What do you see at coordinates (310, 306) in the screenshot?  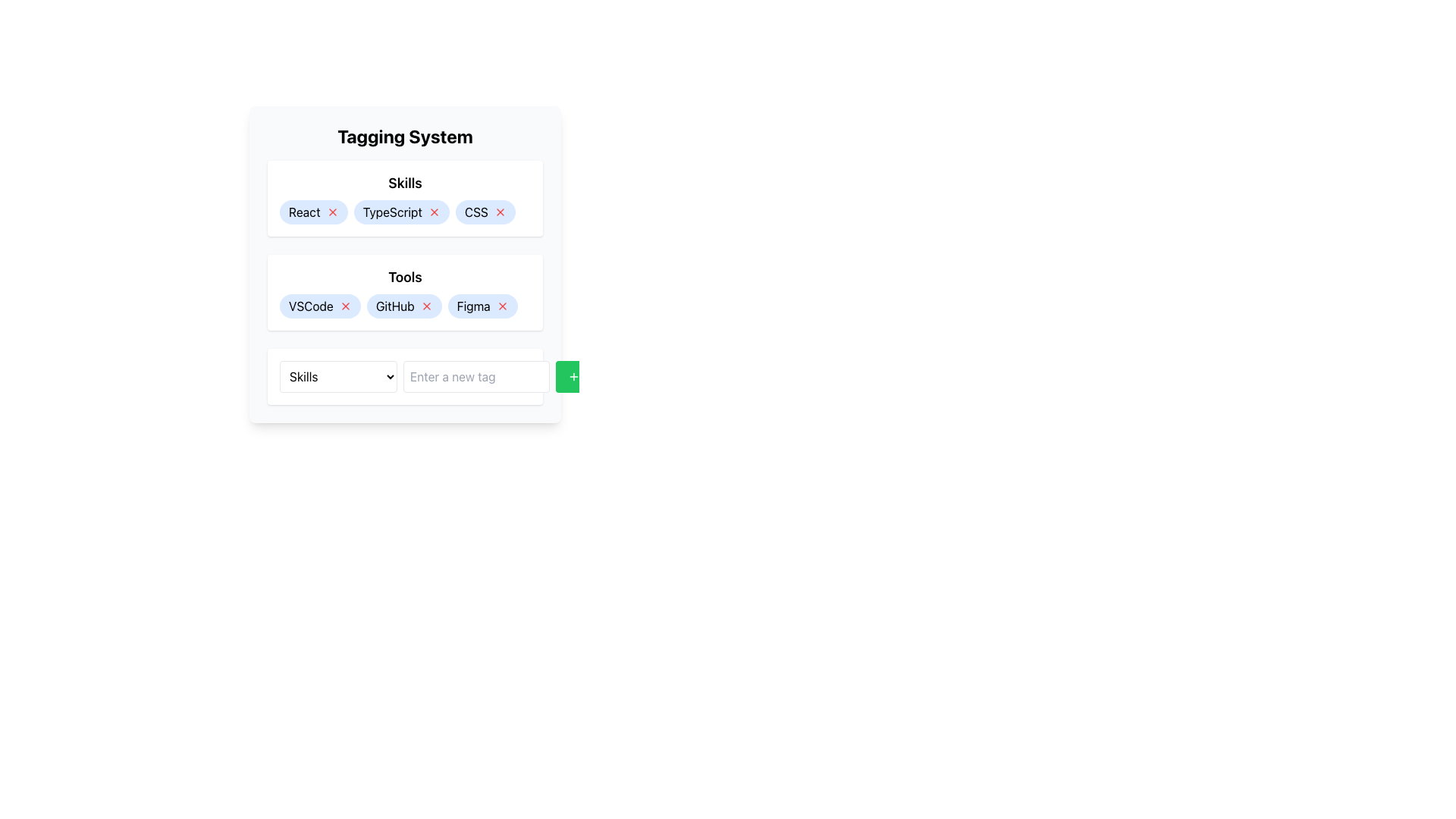 I see `the text label 'VSCode' which indicates a selected tool in the tagging interface, located in the badge group under the 'Tools' header` at bounding box center [310, 306].